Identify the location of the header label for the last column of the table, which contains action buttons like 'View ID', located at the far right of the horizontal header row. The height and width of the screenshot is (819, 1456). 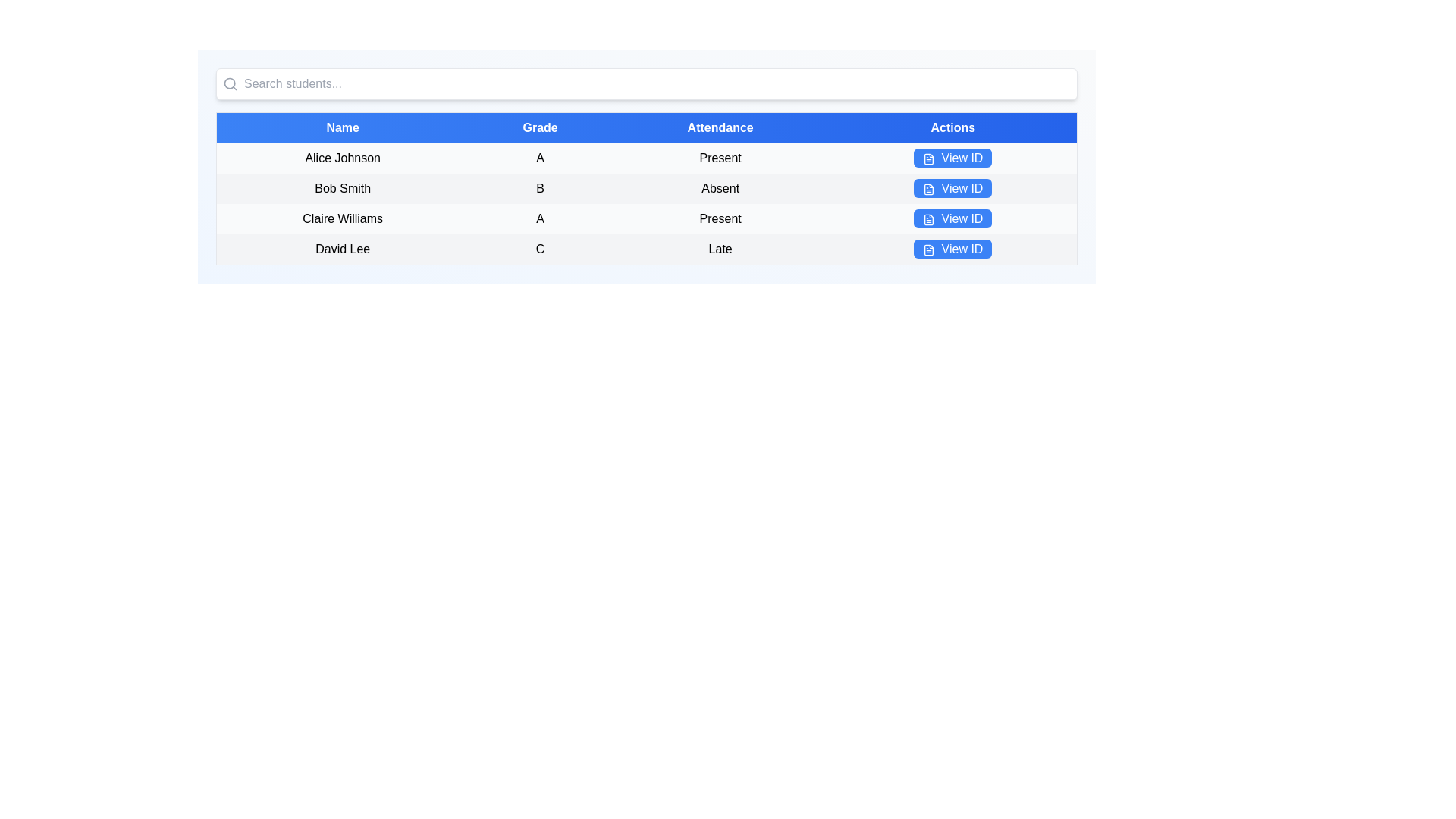
(952, 127).